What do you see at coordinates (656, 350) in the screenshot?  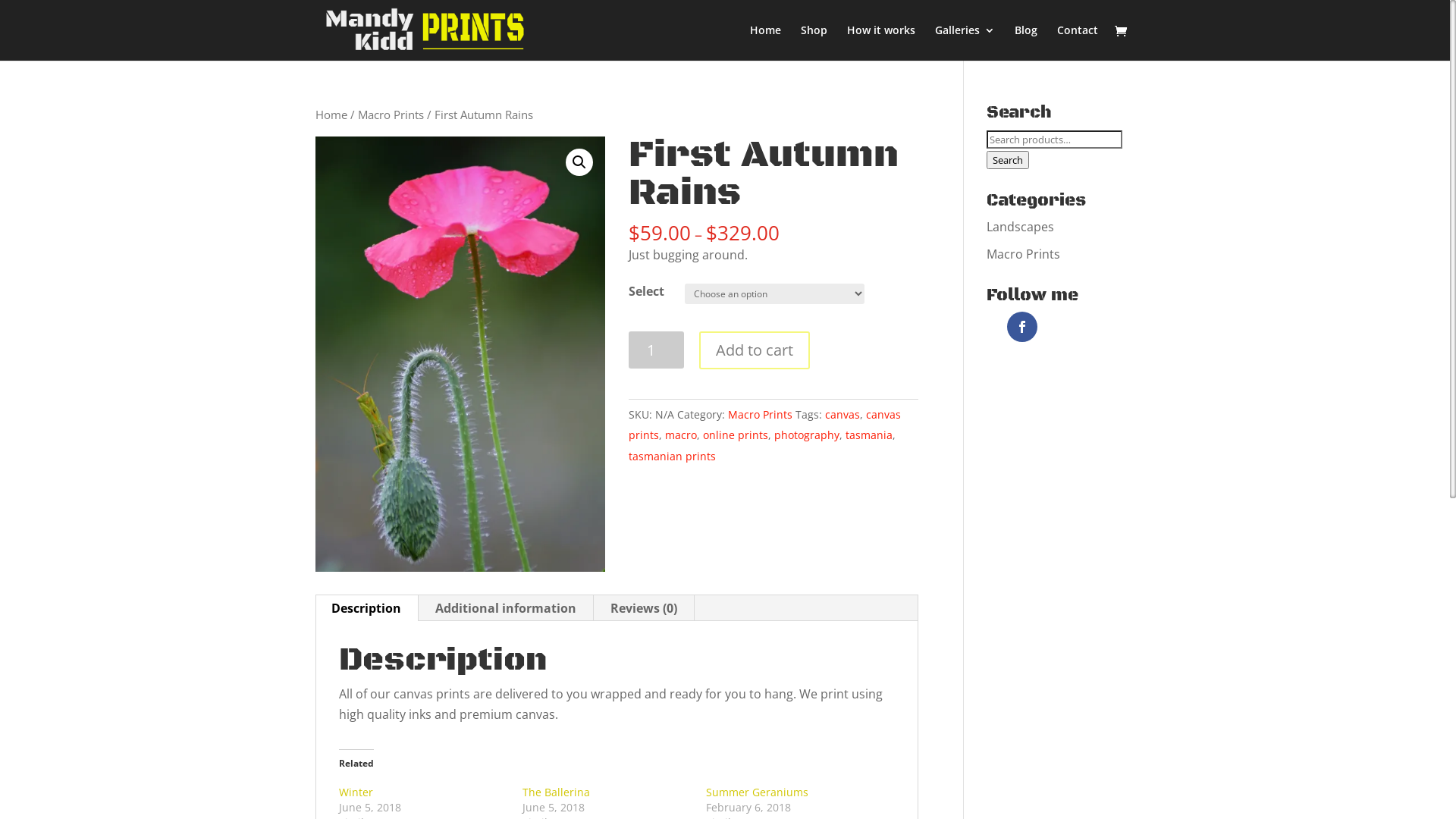 I see `'Qty'` at bounding box center [656, 350].